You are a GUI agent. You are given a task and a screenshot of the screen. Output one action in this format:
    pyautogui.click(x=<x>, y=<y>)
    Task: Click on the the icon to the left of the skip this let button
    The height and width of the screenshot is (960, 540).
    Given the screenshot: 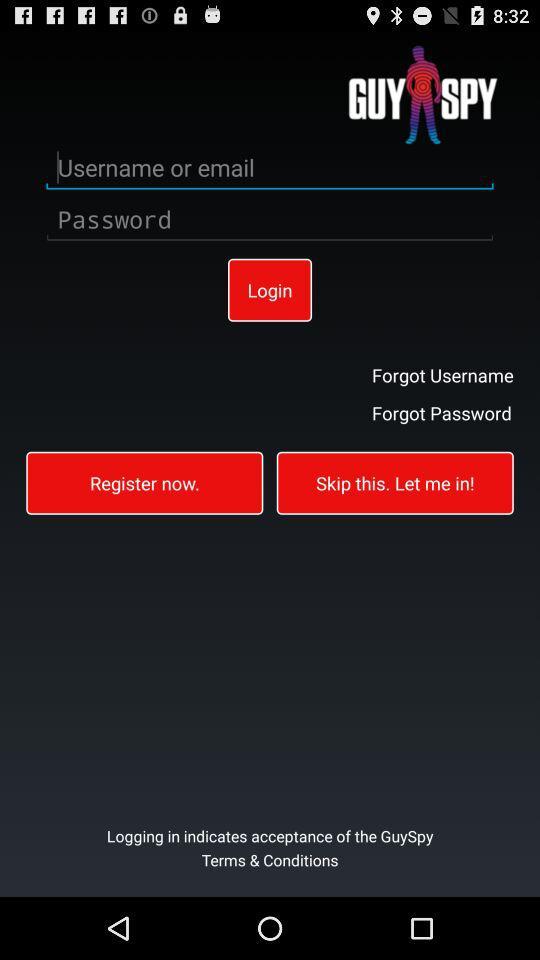 What is the action you would take?
    pyautogui.click(x=143, y=481)
    